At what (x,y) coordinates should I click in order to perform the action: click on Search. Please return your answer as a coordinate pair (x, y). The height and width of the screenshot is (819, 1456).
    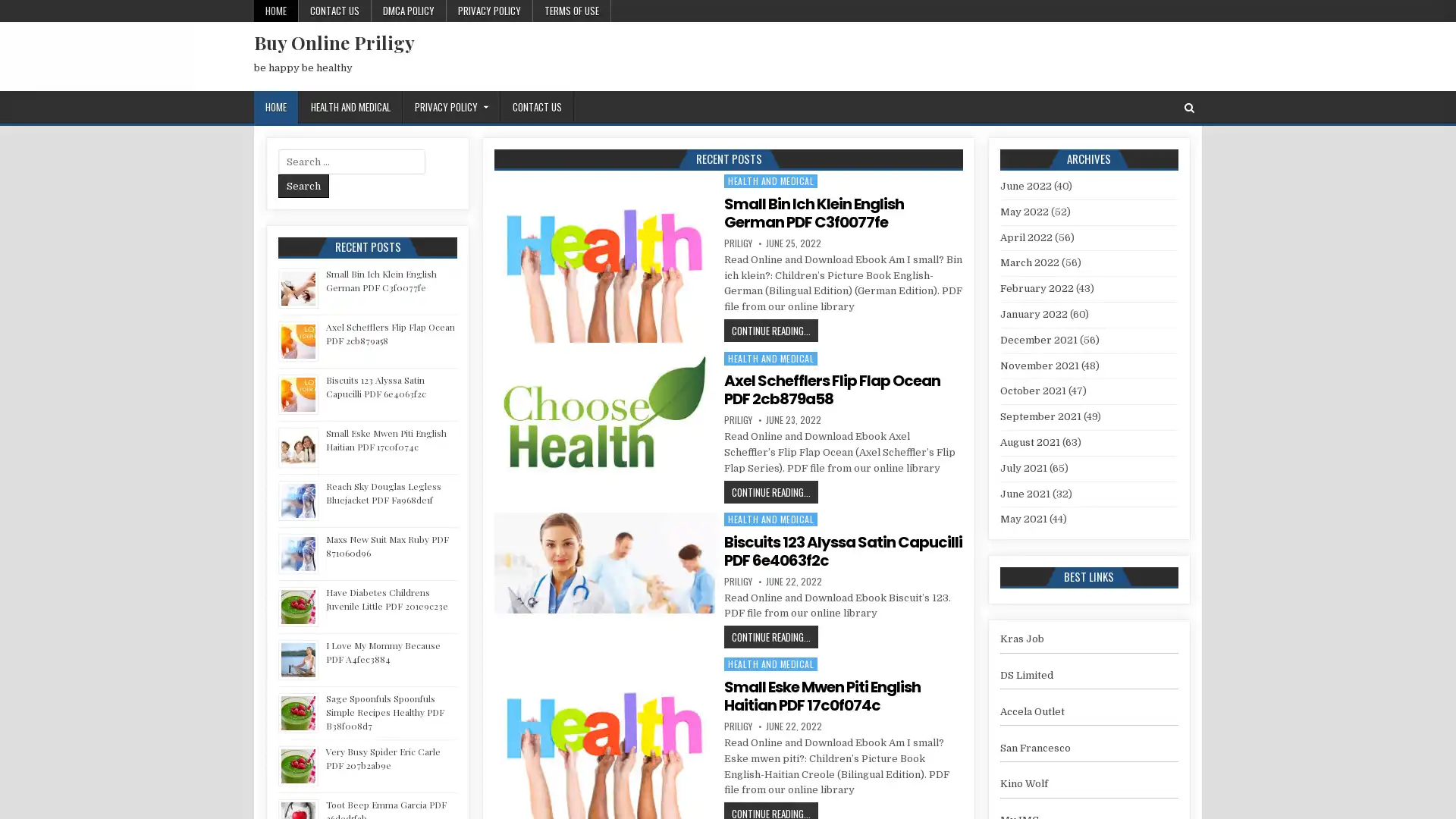
    Looking at the image, I should click on (303, 185).